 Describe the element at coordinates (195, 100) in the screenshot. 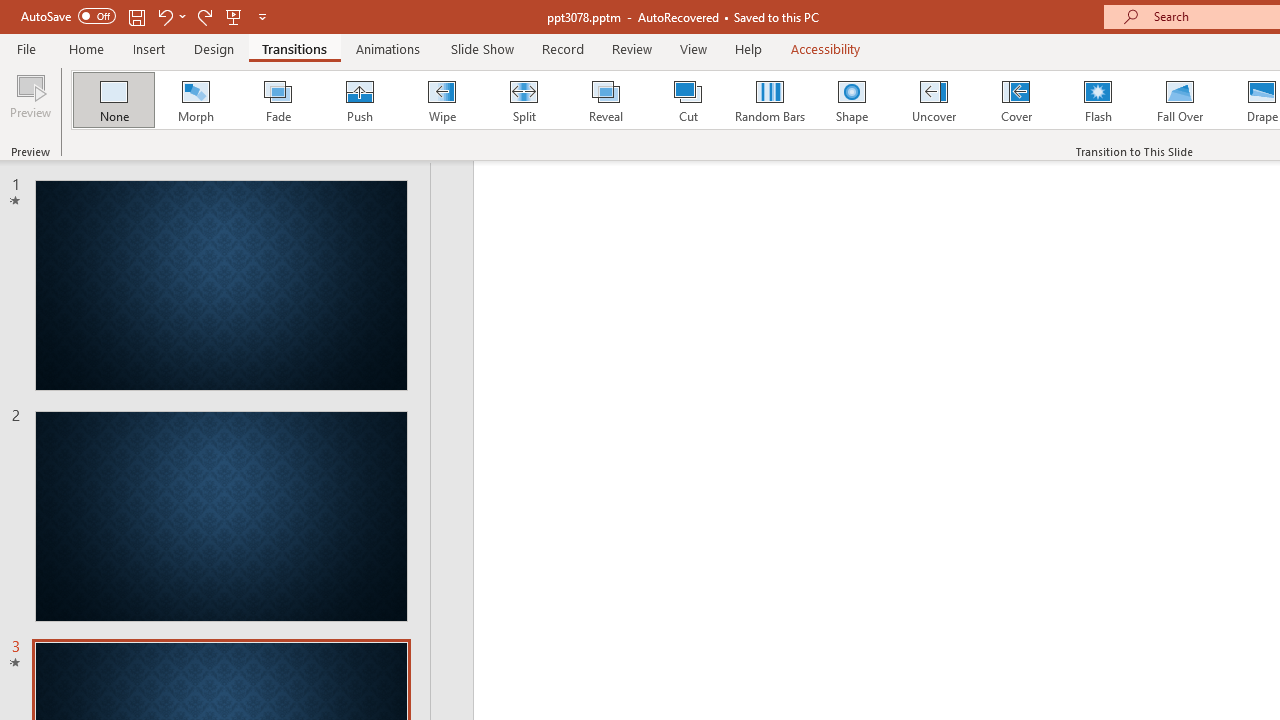

I see `'Morph'` at that location.